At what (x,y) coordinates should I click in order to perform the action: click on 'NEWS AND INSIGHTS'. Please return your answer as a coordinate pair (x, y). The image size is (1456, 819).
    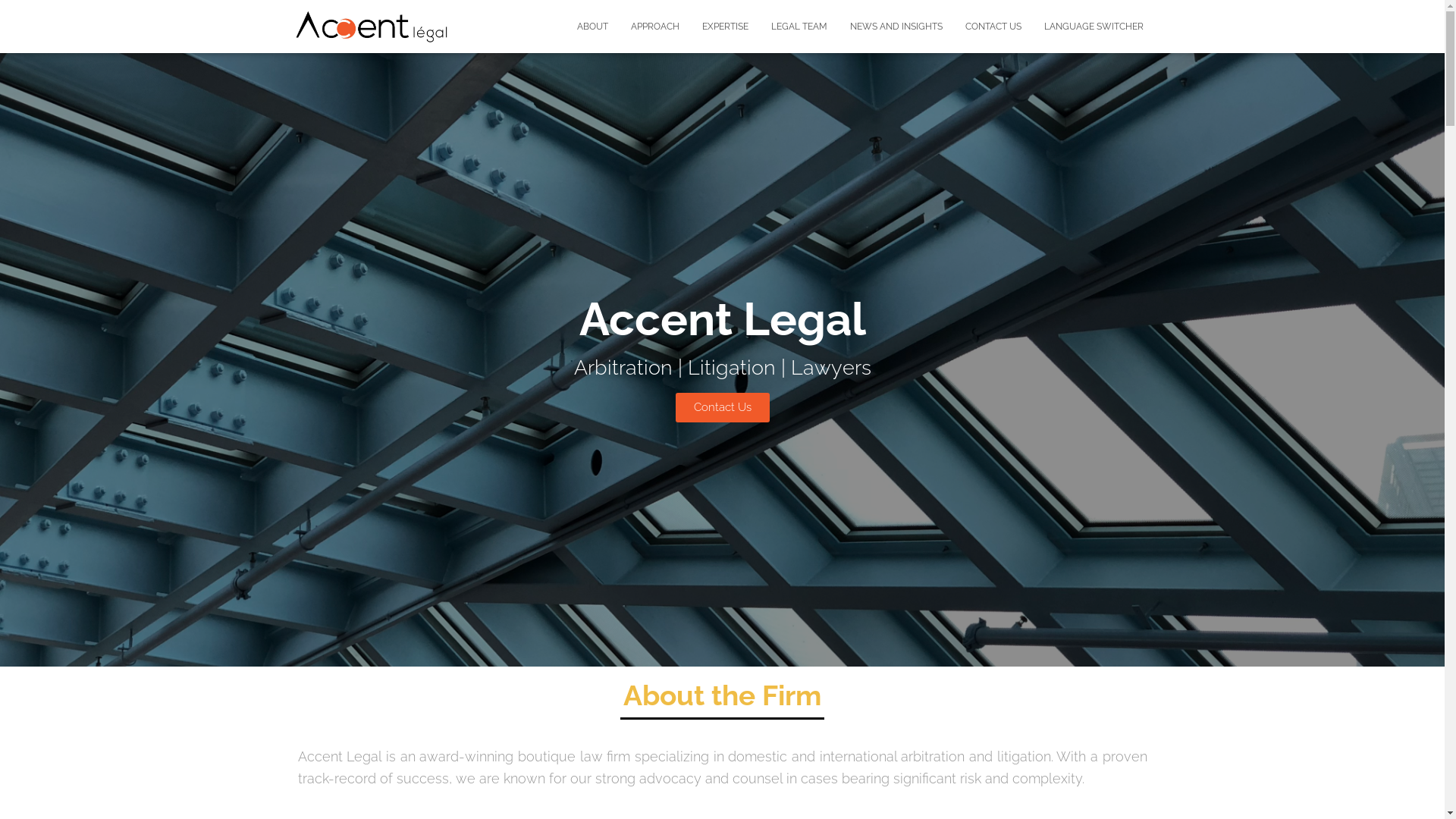
    Looking at the image, I should click on (896, 26).